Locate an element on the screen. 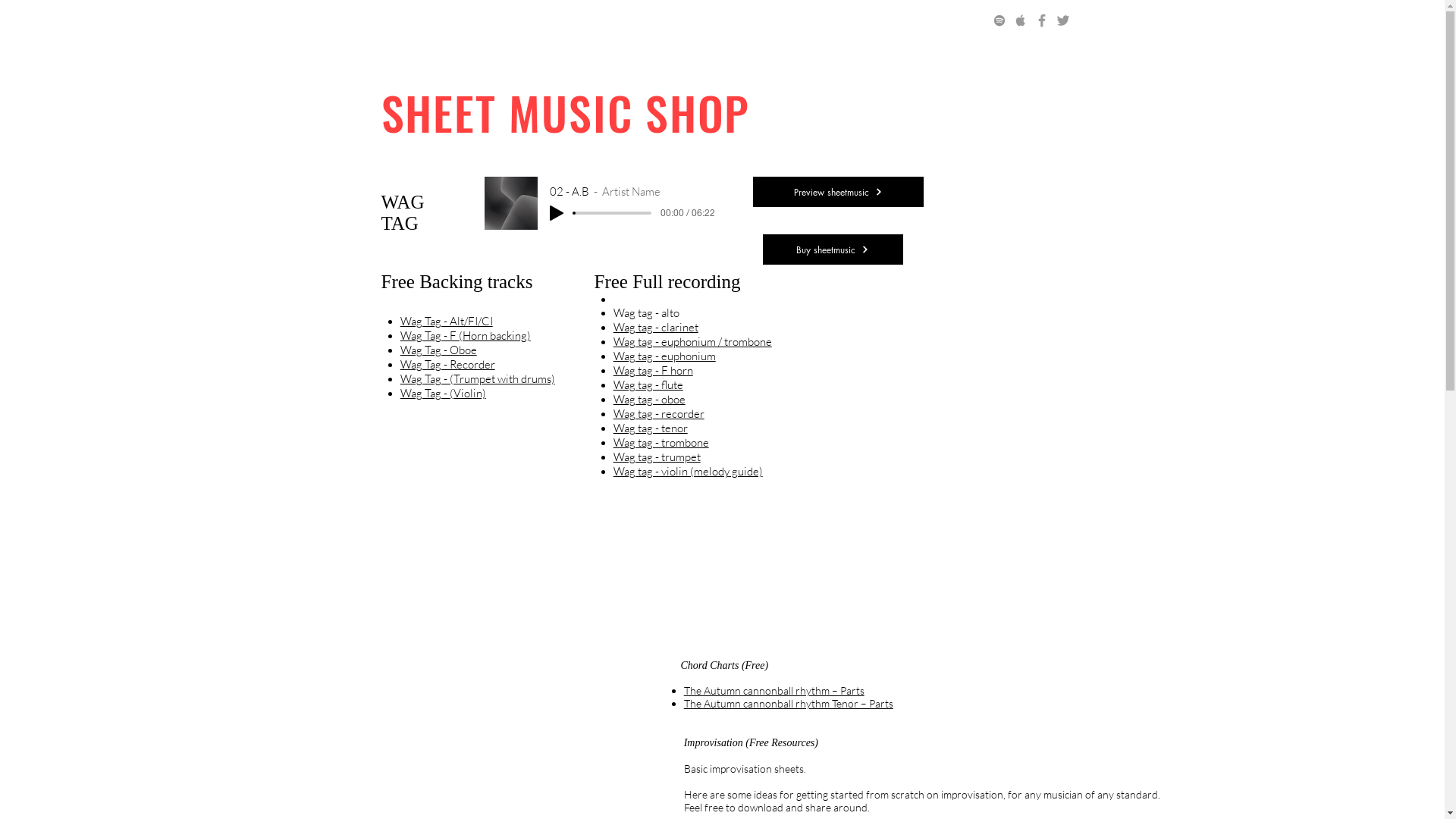 The width and height of the screenshot is (1456, 819). 'Wag tag - clarinet' is located at coordinates (655, 326).